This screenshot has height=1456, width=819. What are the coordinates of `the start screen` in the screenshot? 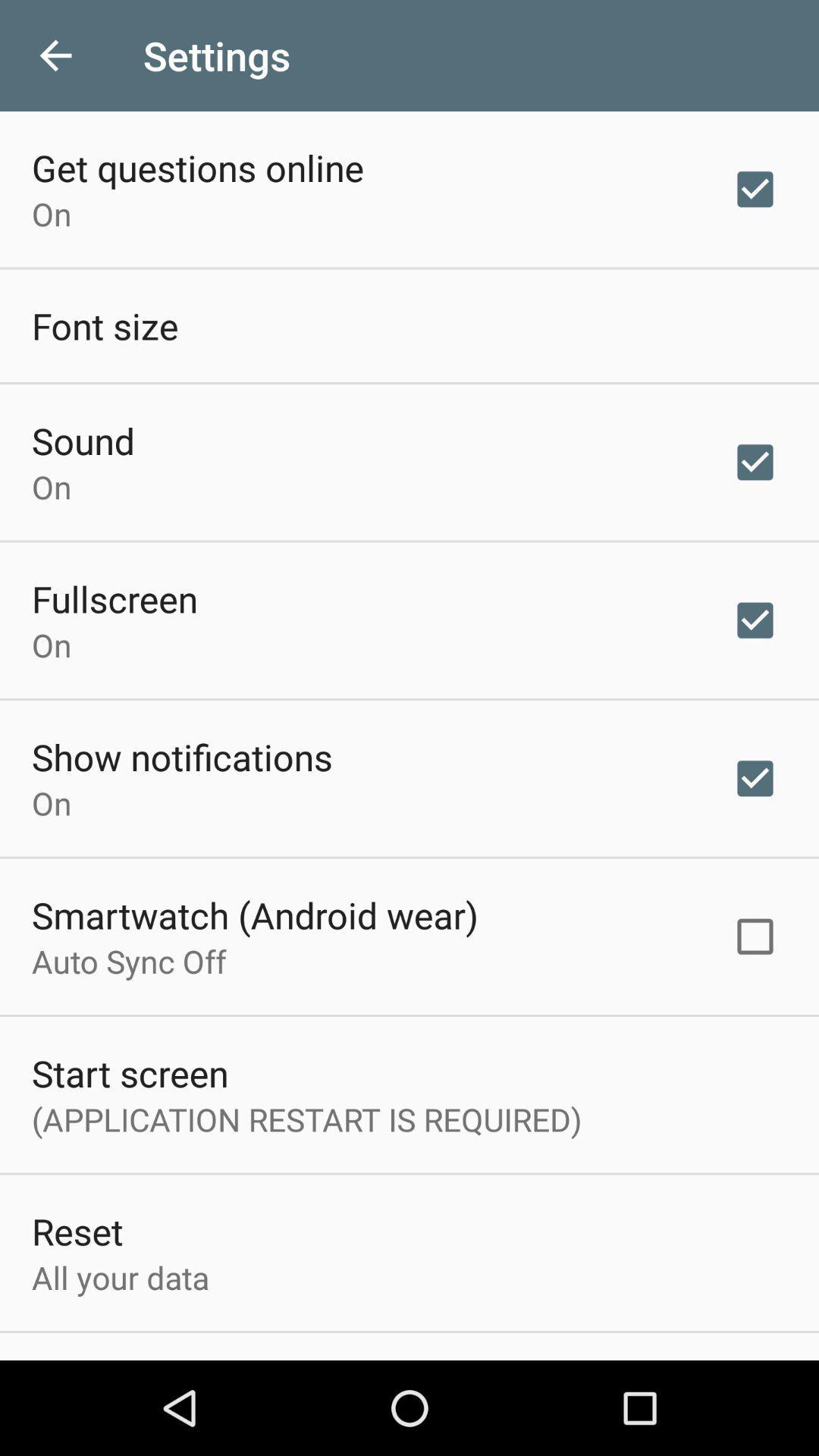 It's located at (129, 1072).